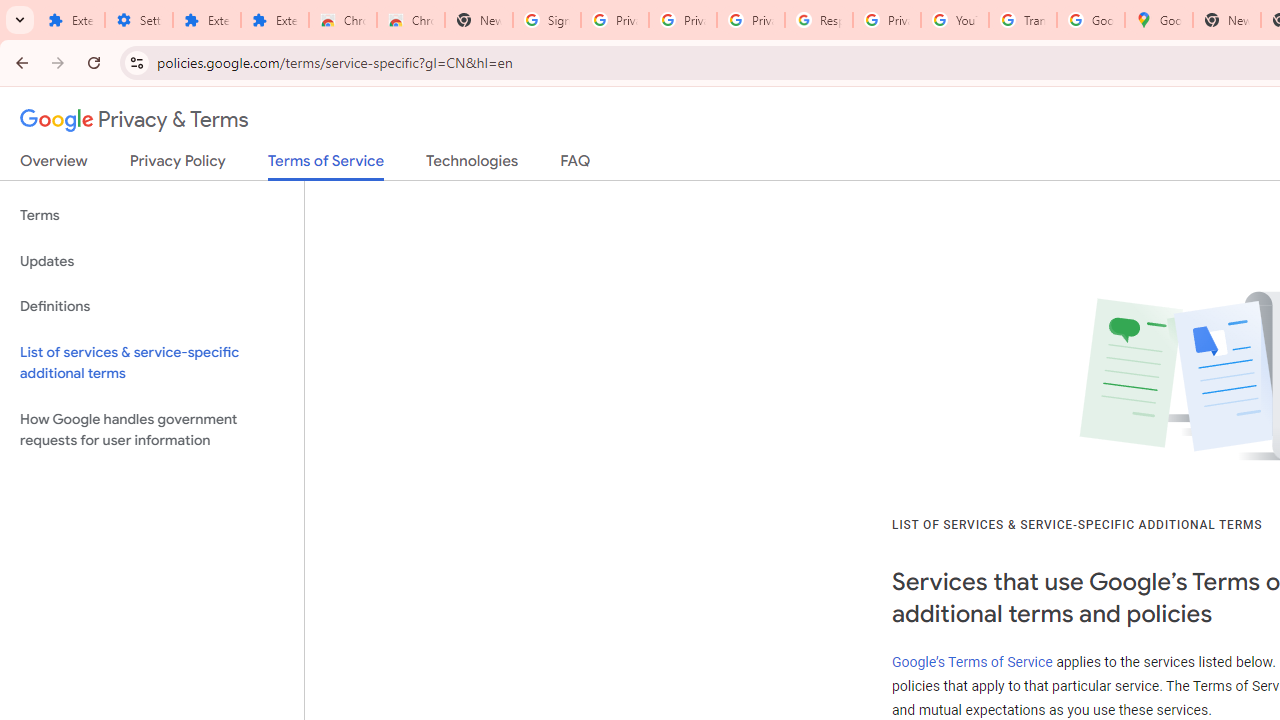  Describe the element at coordinates (953, 20) in the screenshot. I see `'YouTube'` at that location.